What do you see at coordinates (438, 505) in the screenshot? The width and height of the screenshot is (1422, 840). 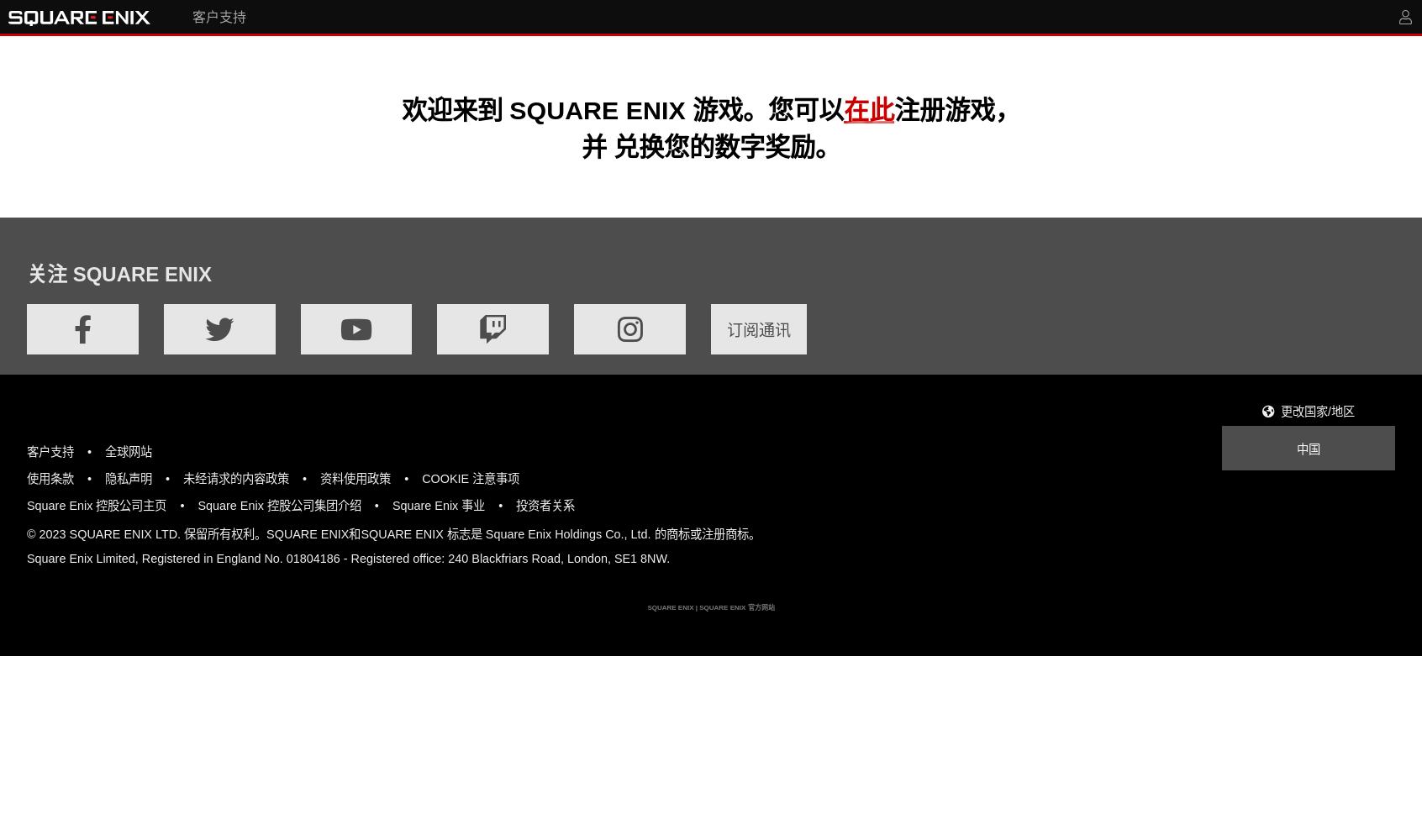 I see `'Square Enix 事业'` at bounding box center [438, 505].